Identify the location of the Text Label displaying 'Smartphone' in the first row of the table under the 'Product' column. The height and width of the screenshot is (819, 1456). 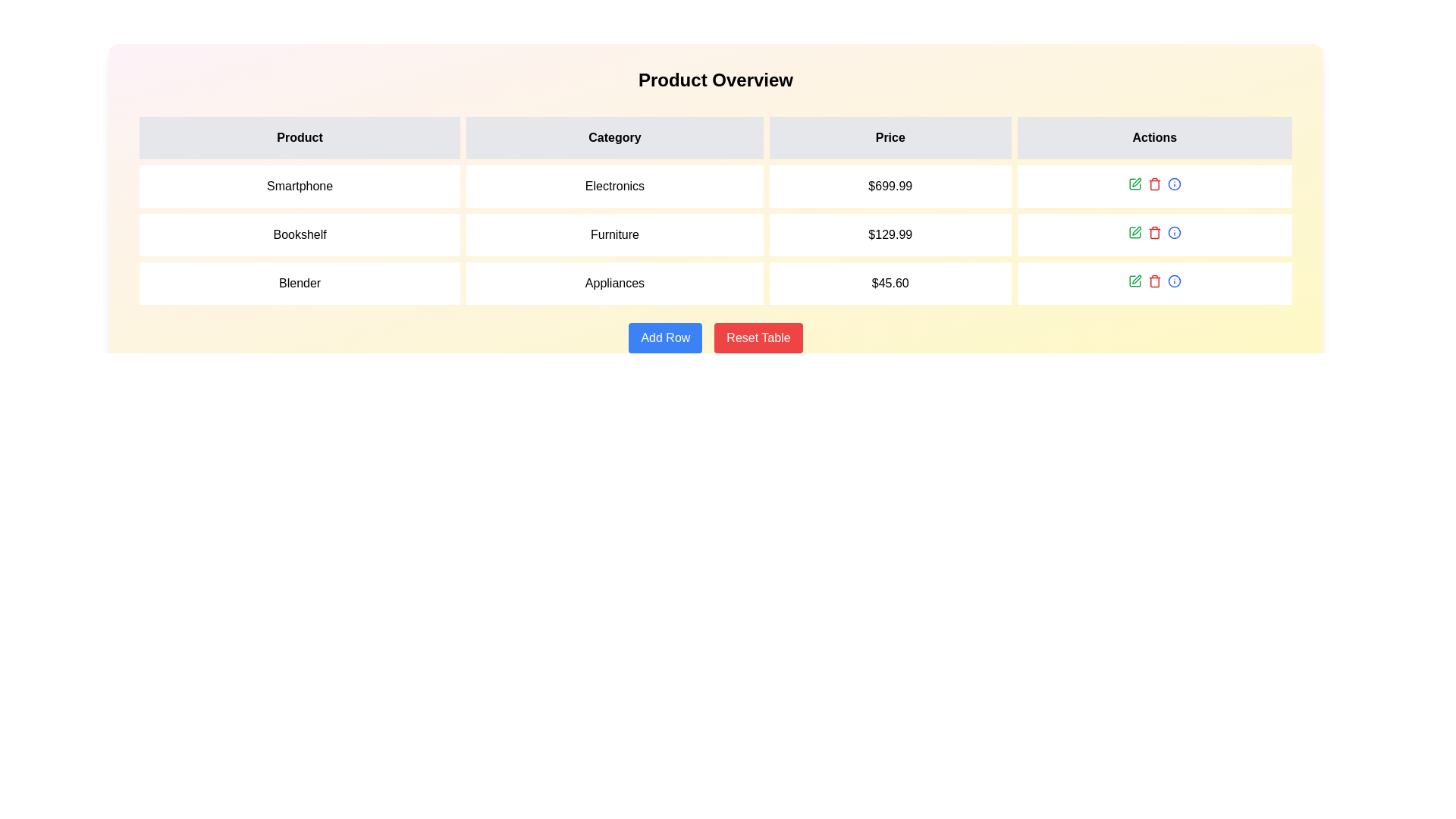
(300, 186).